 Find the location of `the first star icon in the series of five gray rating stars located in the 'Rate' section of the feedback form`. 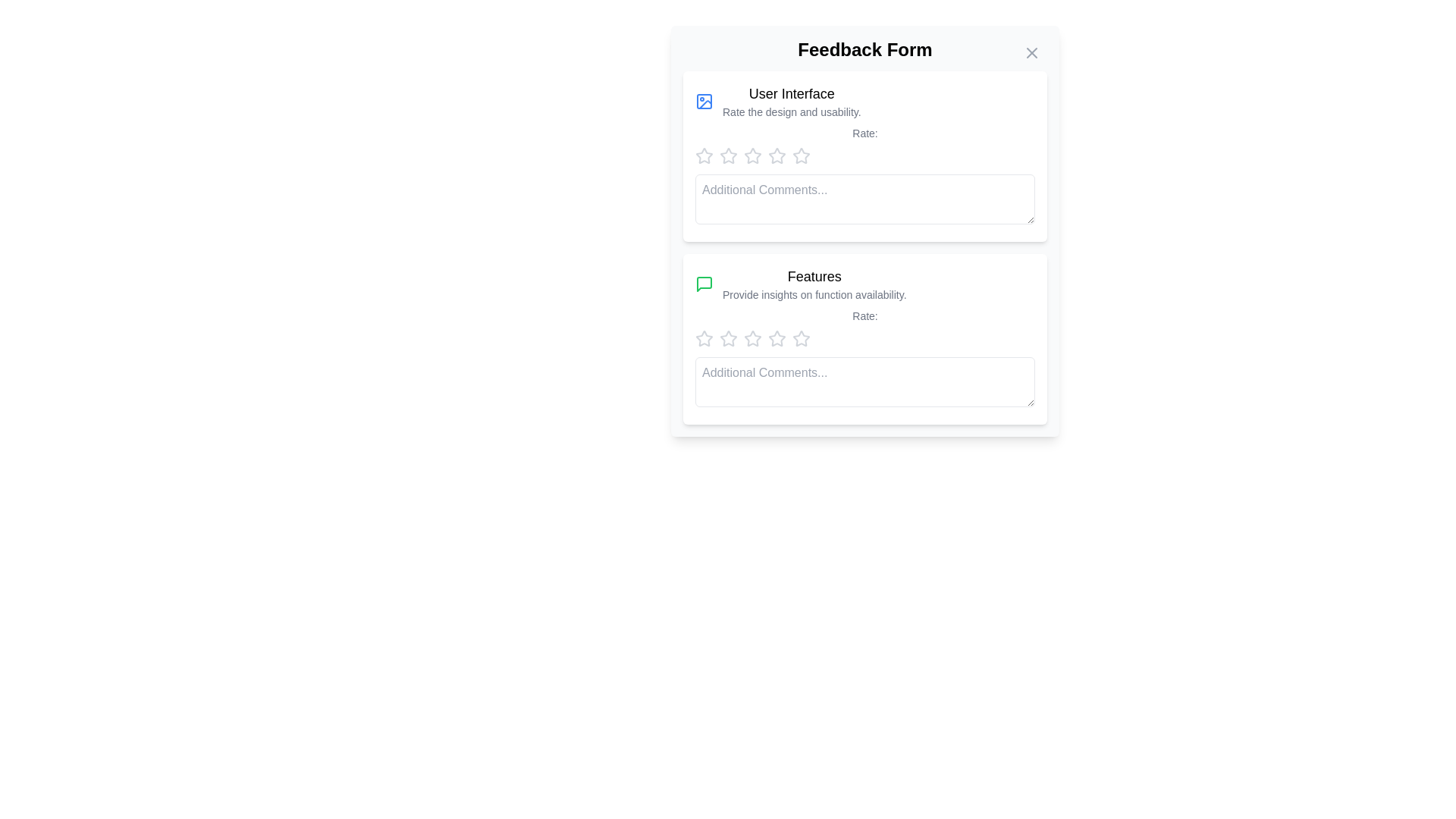

the first star icon in the series of five gray rating stars located in the 'Rate' section of the feedback form is located at coordinates (704, 155).